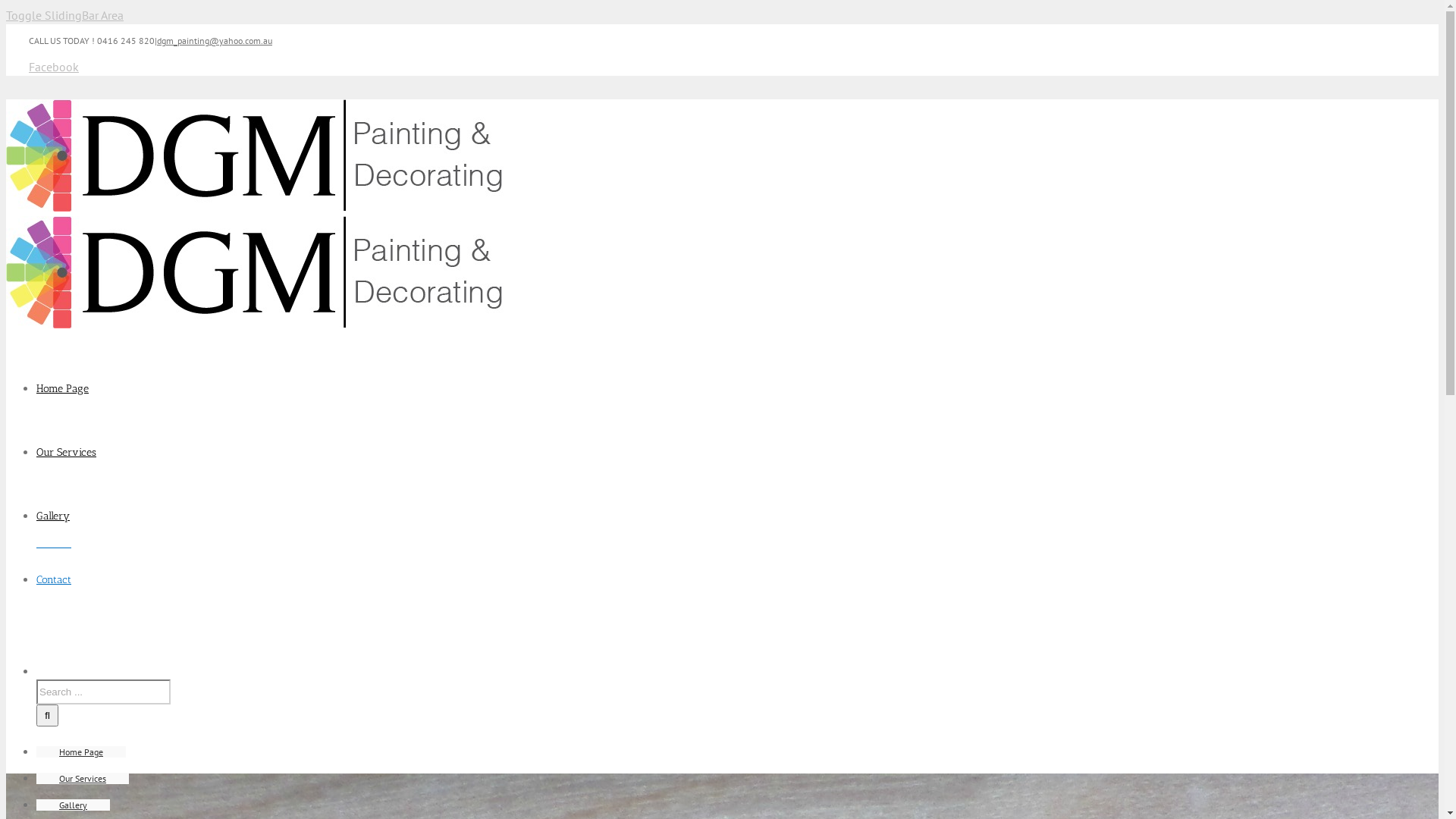 Image resolution: width=1456 pixels, height=819 pixels. Describe the element at coordinates (36, 579) in the screenshot. I see `'Contact'` at that location.